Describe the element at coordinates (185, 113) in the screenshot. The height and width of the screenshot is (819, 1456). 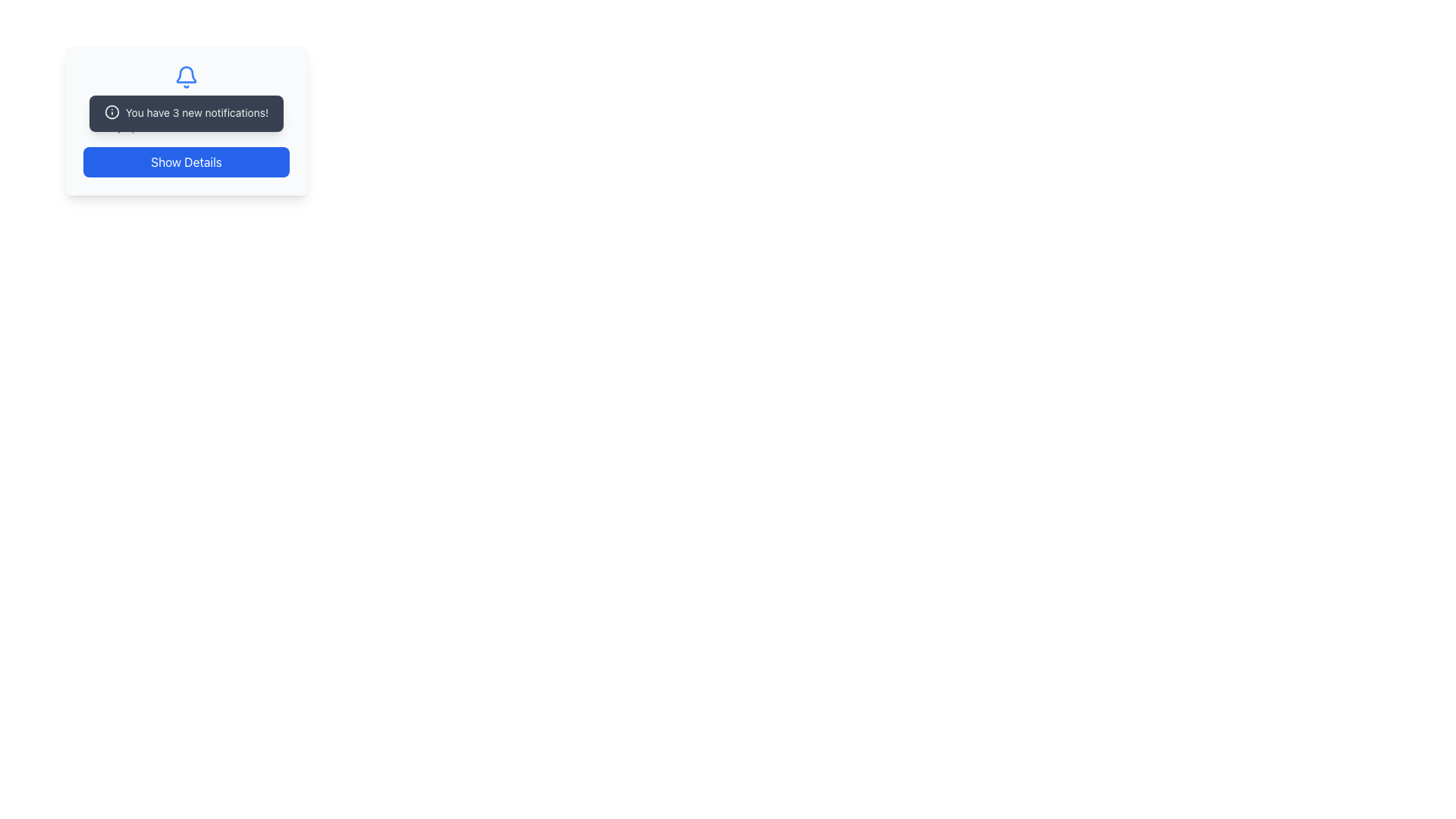
I see `the informational message box displaying 'You have 3 new notifications!' which is styled with rounded corners and a shadow effect` at that location.